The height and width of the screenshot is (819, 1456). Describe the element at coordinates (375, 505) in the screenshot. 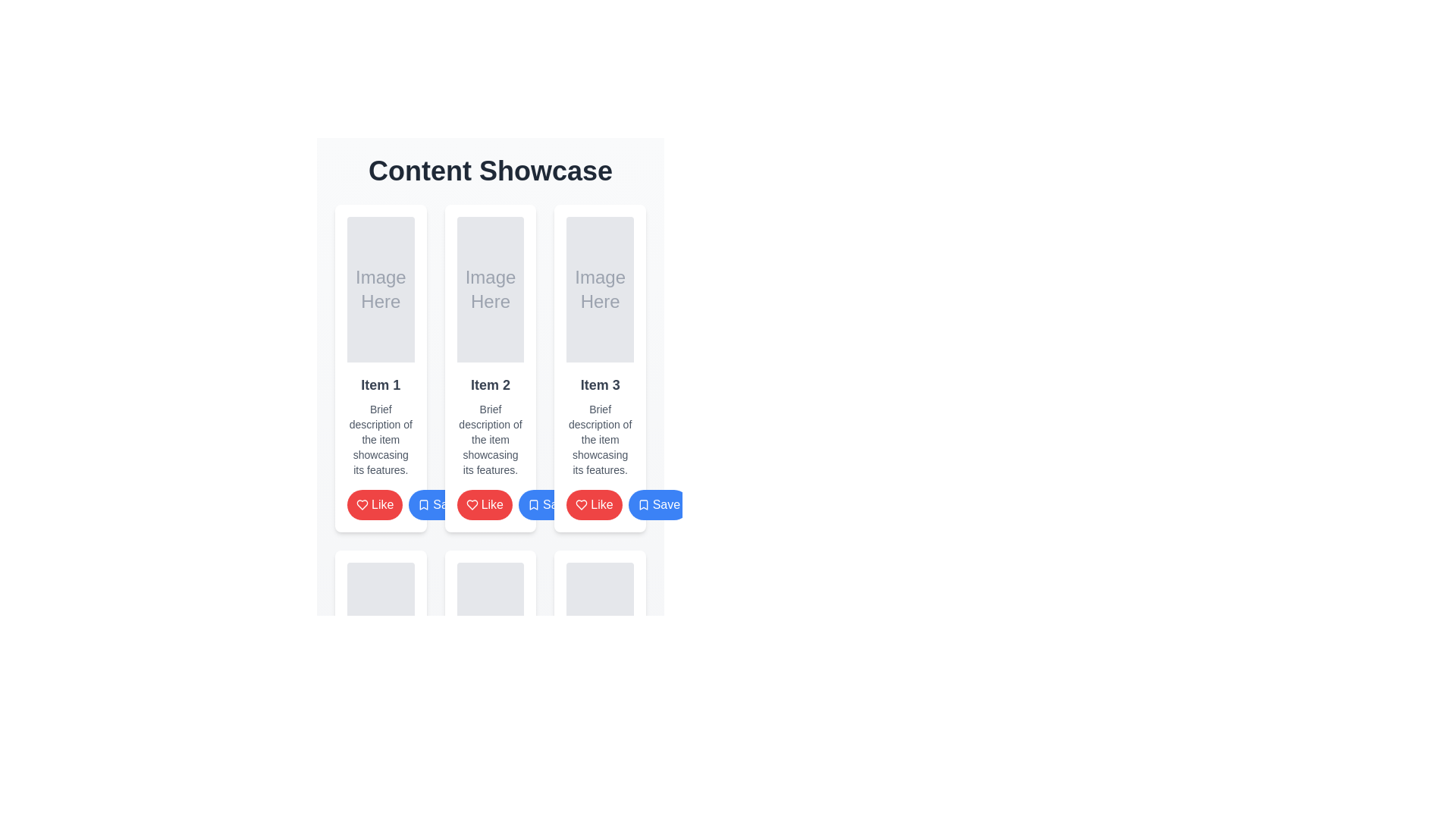

I see `the 'Like' button located at the bottom left corner of the 'Item 2' card in the second column to like the associated content` at that location.